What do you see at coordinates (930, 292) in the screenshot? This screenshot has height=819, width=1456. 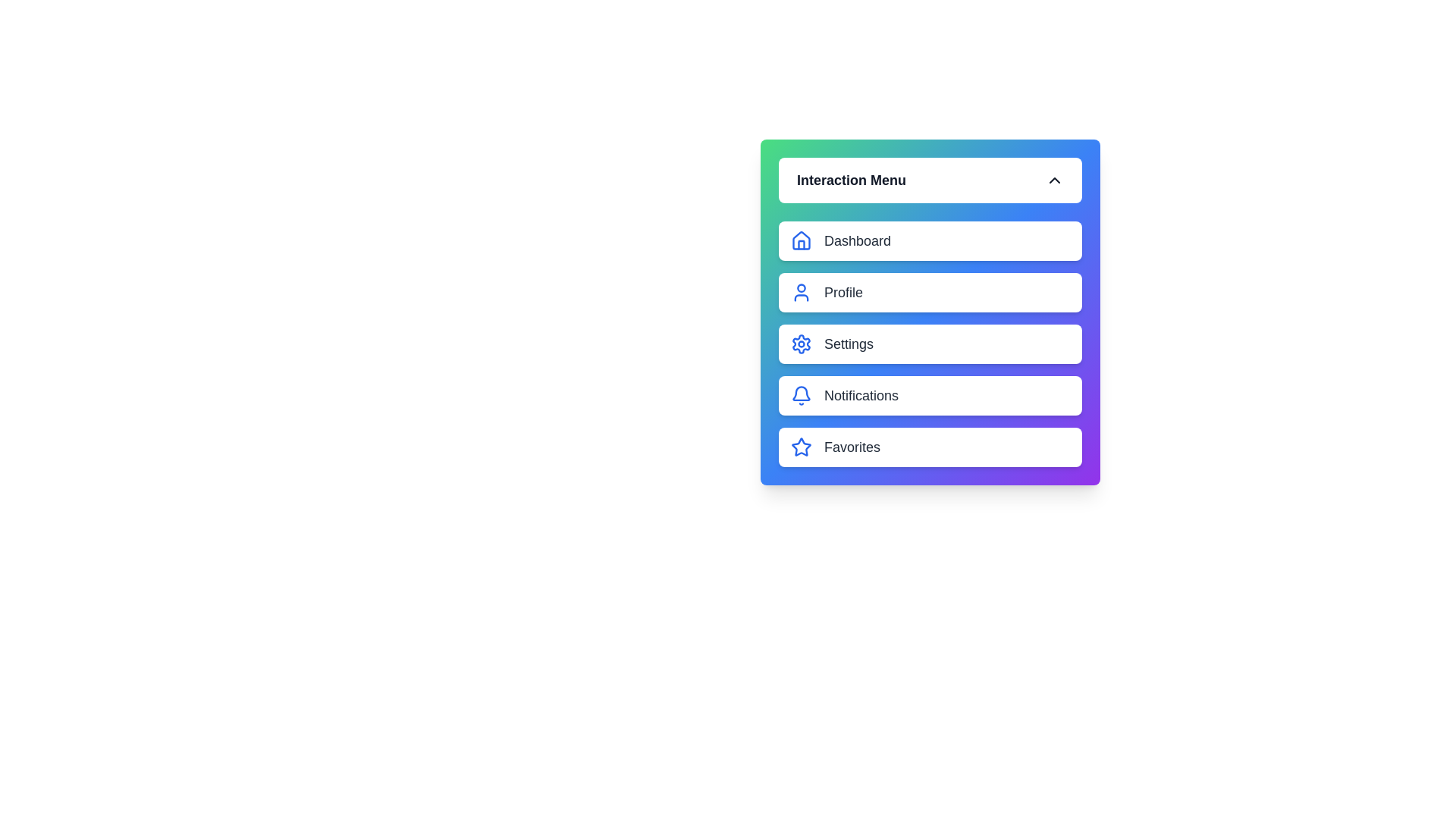 I see `the menu item Profile` at bounding box center [930, 292].